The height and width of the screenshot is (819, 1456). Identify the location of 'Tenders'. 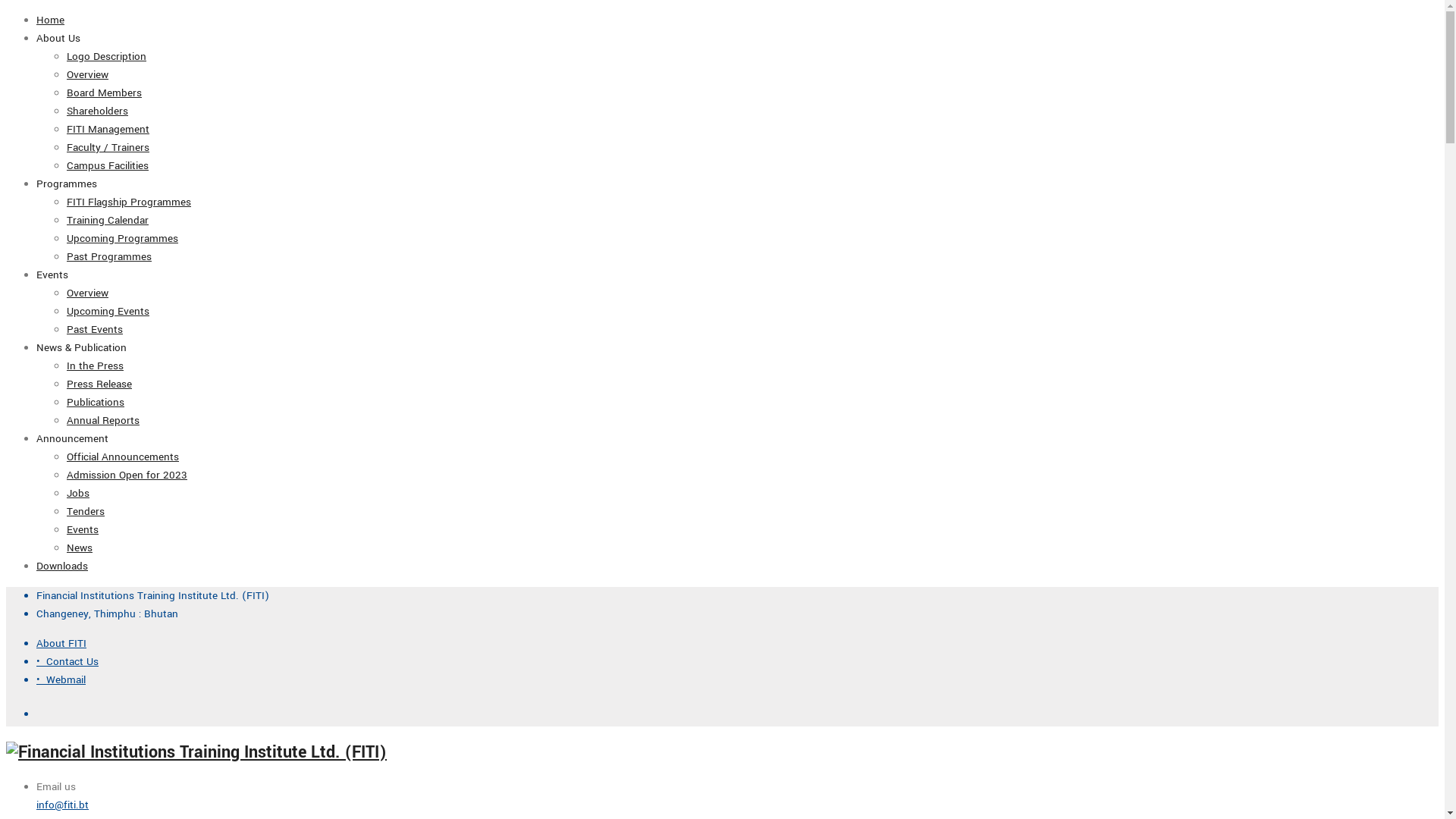
(85, 511).